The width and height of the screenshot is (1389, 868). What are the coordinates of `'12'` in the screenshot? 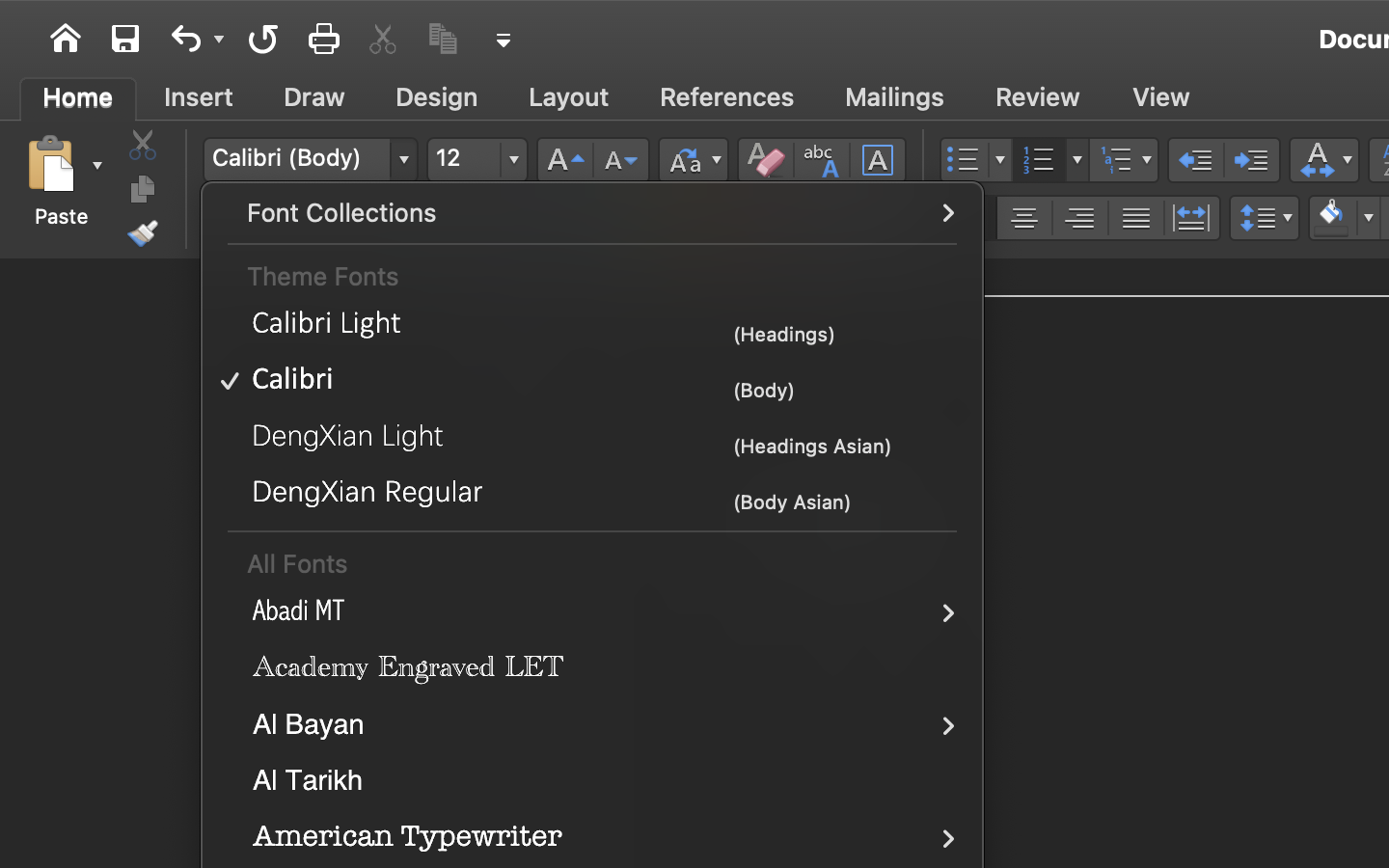 It's located at (477, 159).